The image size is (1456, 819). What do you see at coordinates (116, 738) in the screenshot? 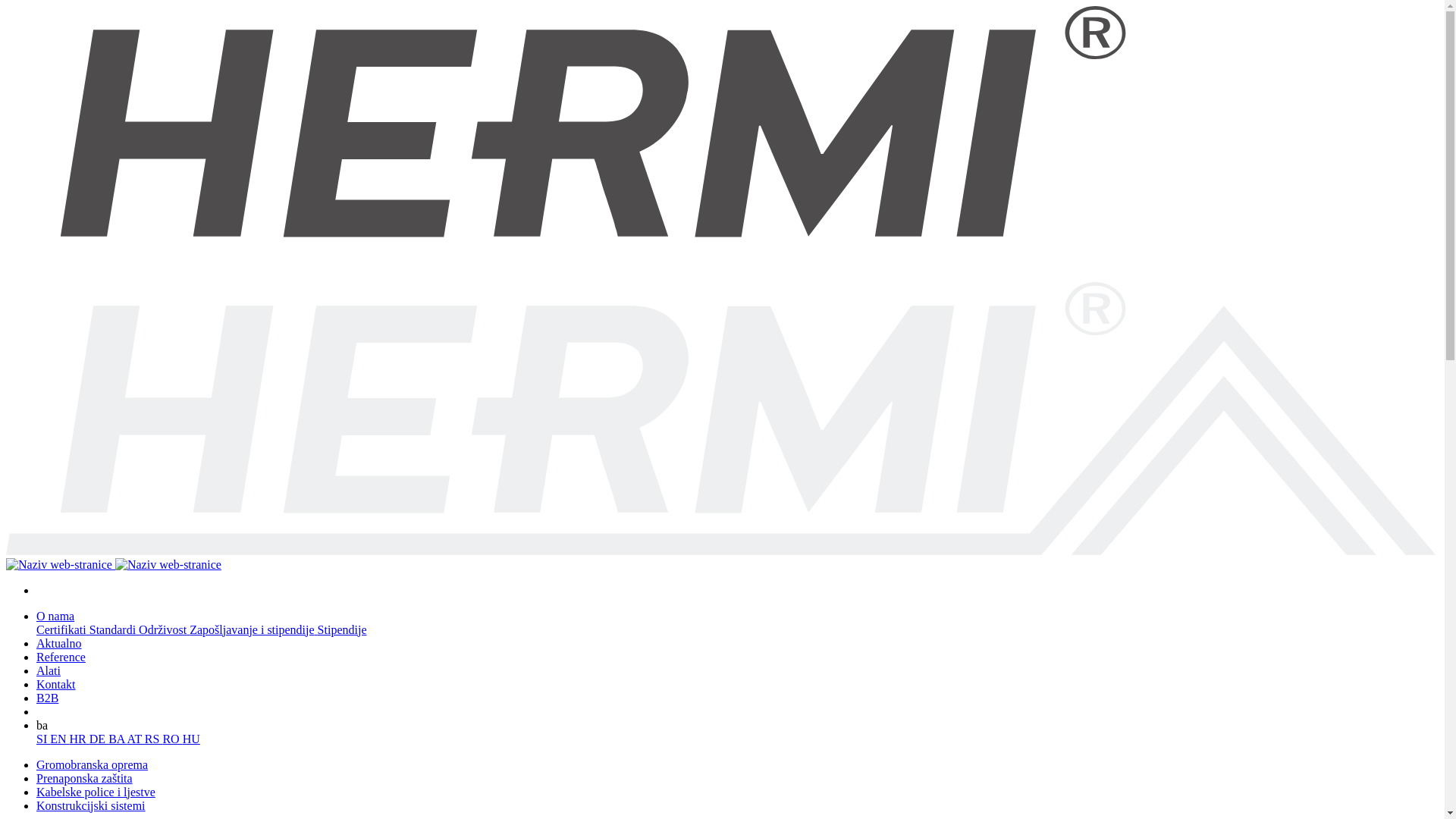
I see `'BA'` at bounding box center [116, 738].